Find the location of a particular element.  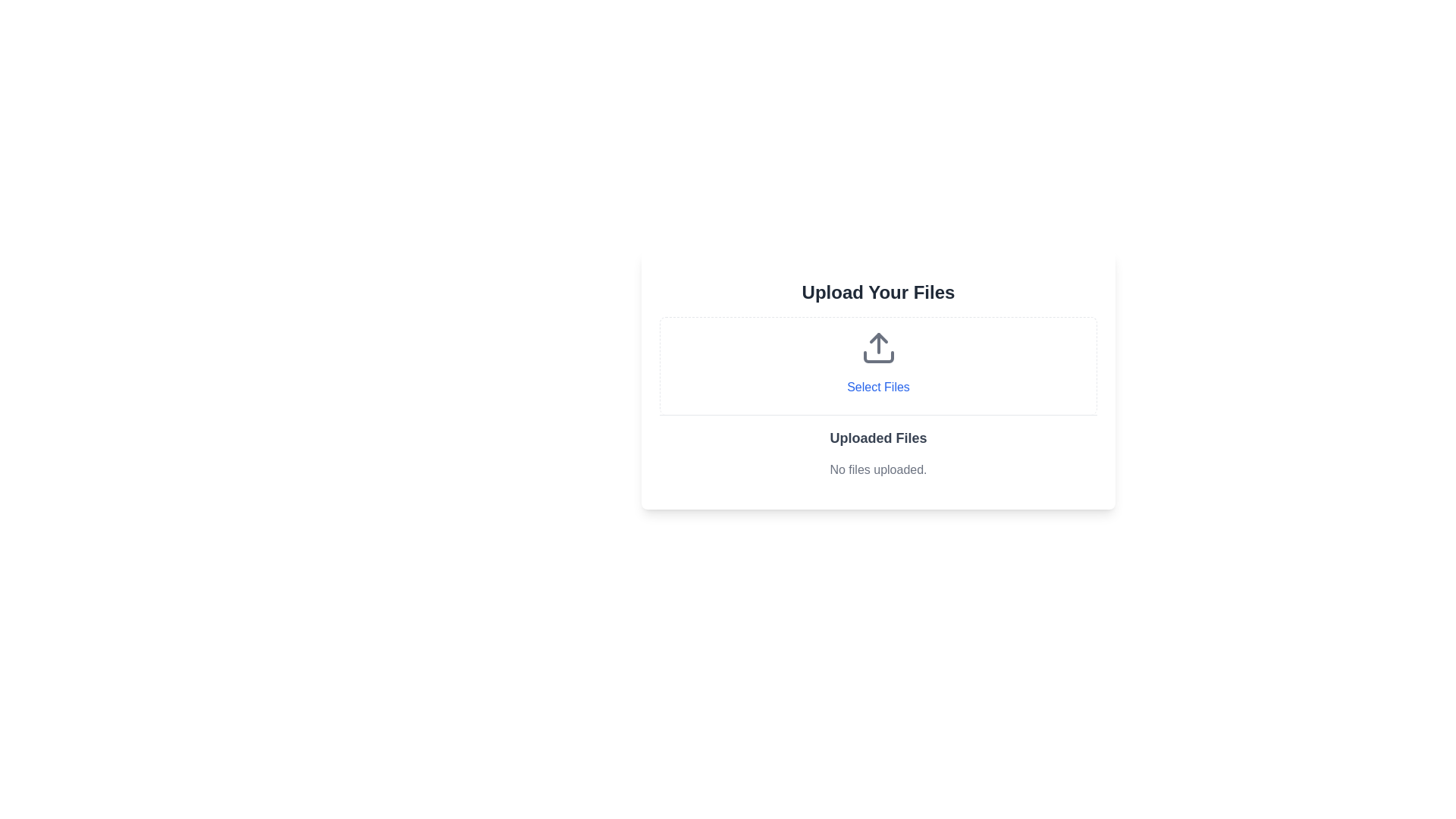

the interactive text button located directly below the upload icon in the 'Upload Your Files' section is located at coordinates (878, 386).